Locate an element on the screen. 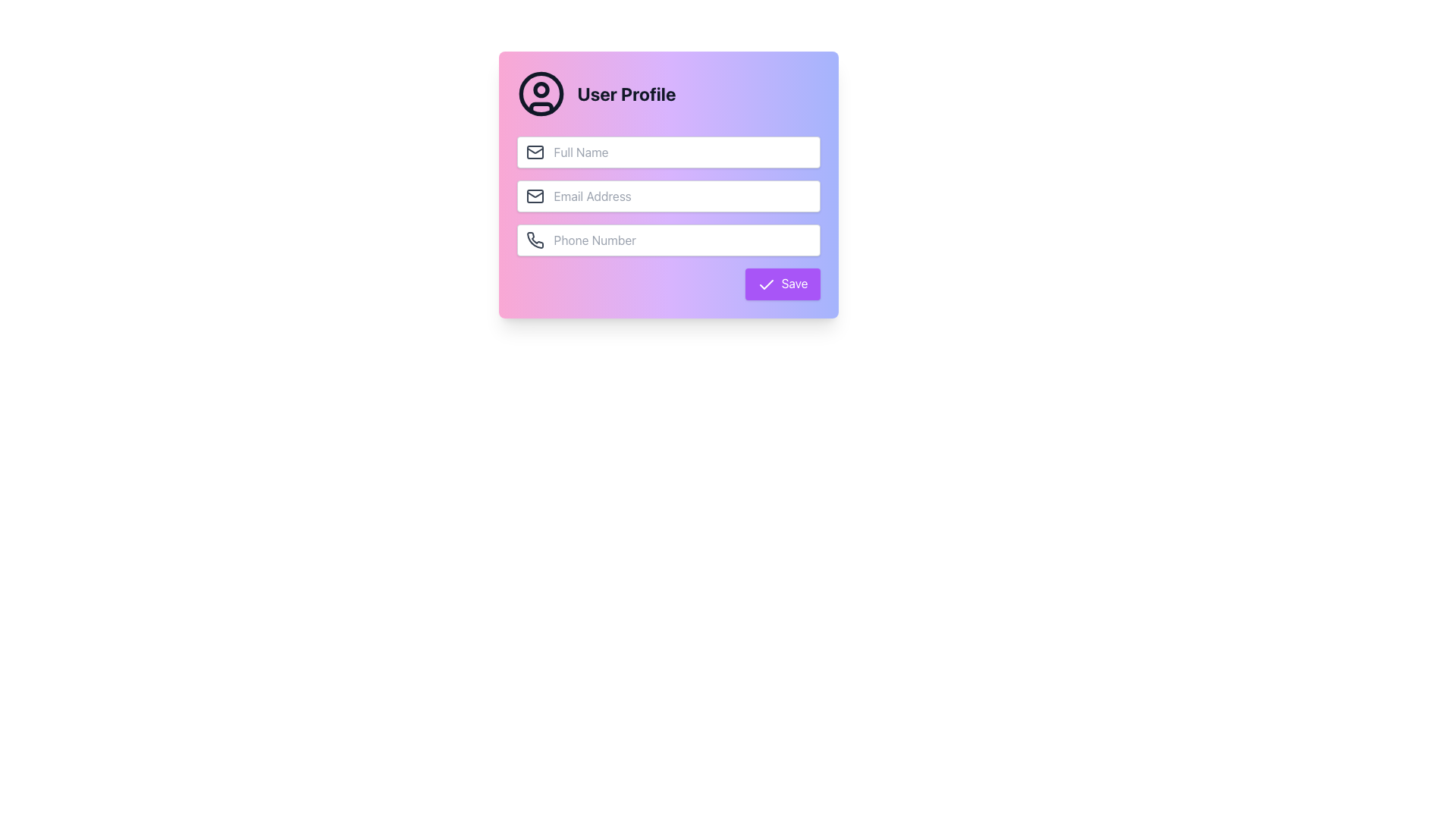 This screenshot has width=1456, height=819. the 'Save' button with a purple background and a white checkmark icon located in the bottom-right section of the 'User Profile' card is located at coordinates (783, 284).